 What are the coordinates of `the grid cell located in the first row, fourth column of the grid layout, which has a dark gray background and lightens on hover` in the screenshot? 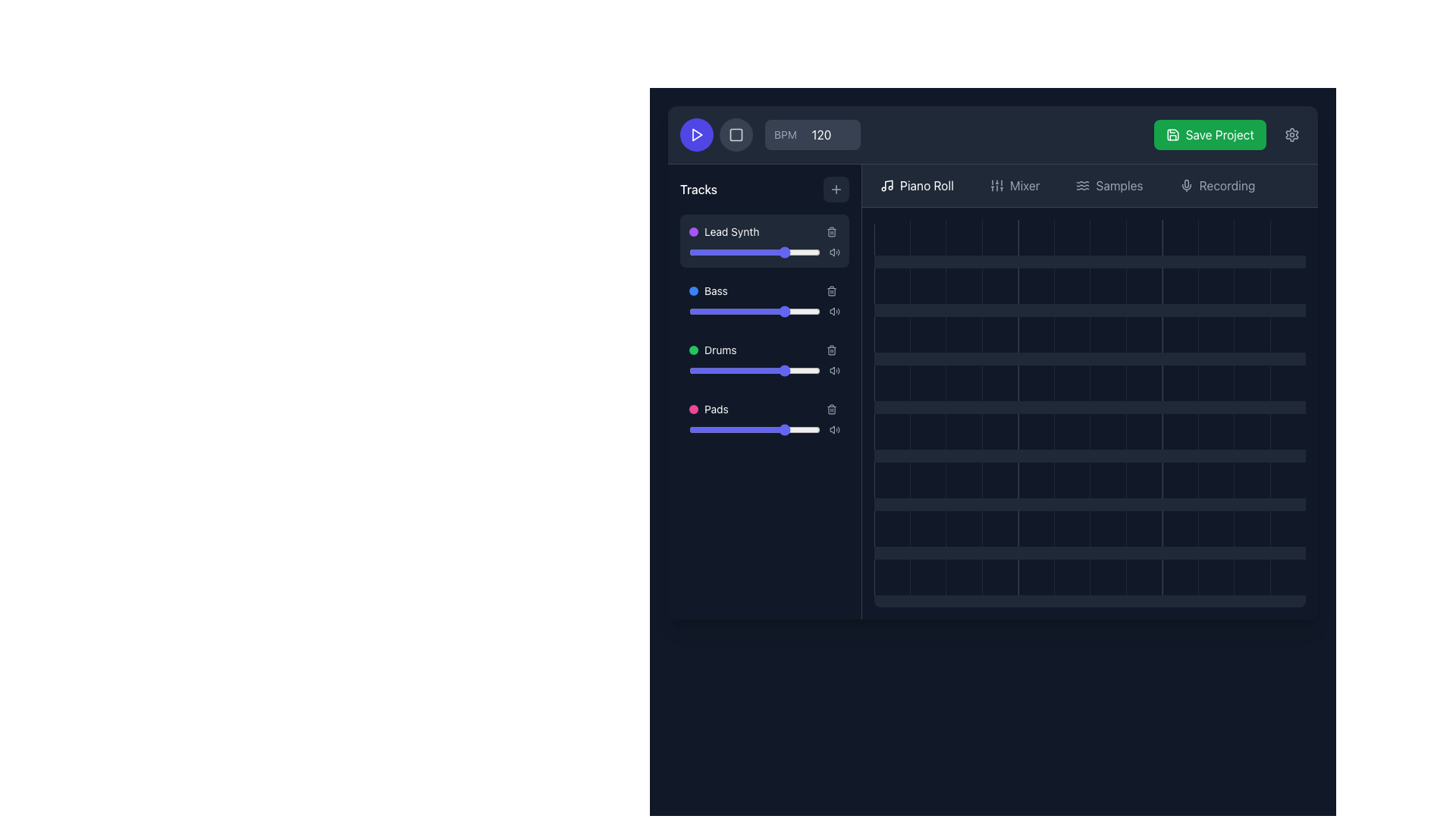 It's located at (999, 237).